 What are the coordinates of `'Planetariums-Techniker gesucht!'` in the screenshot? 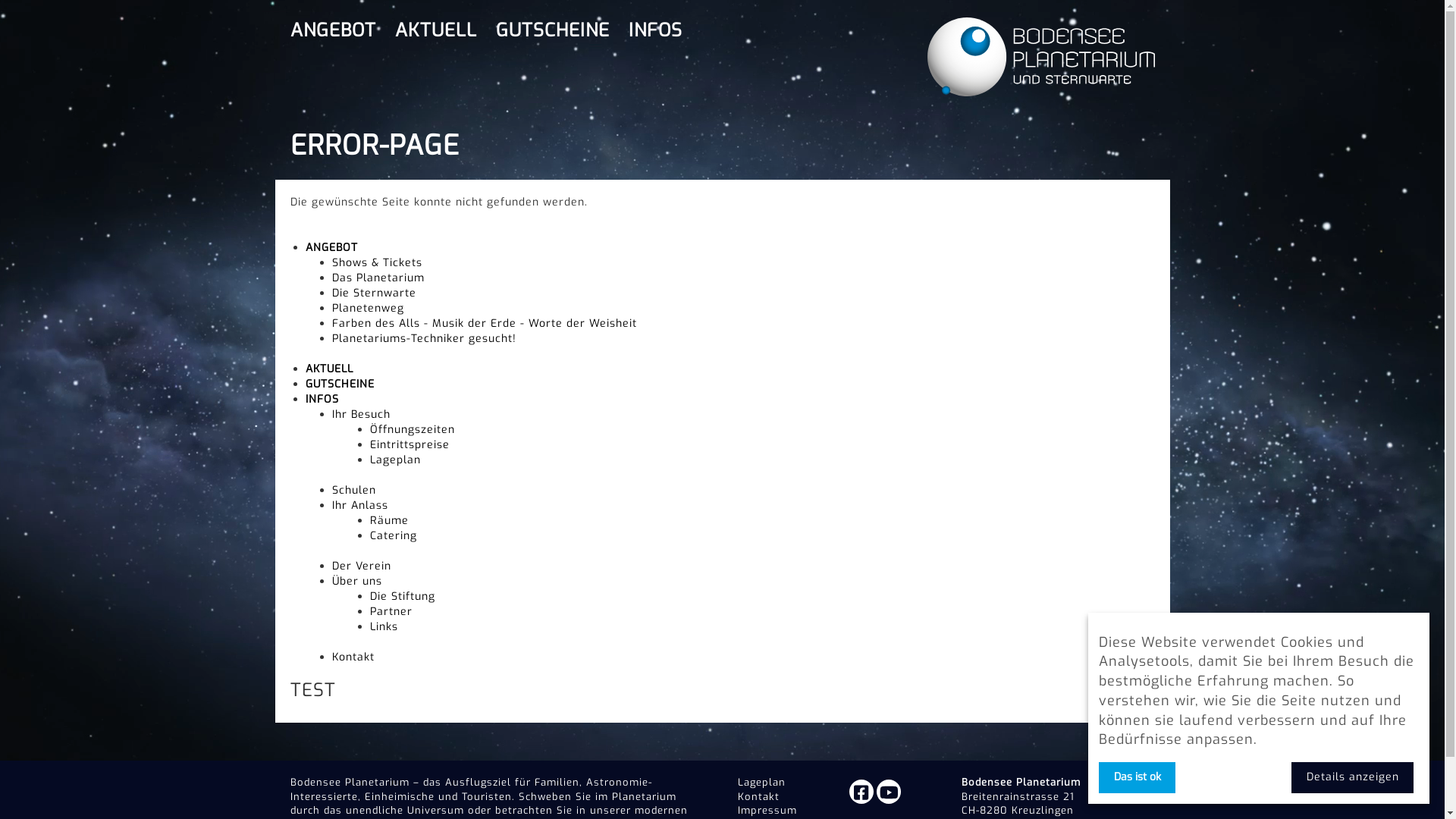 It's located at (424, 337).